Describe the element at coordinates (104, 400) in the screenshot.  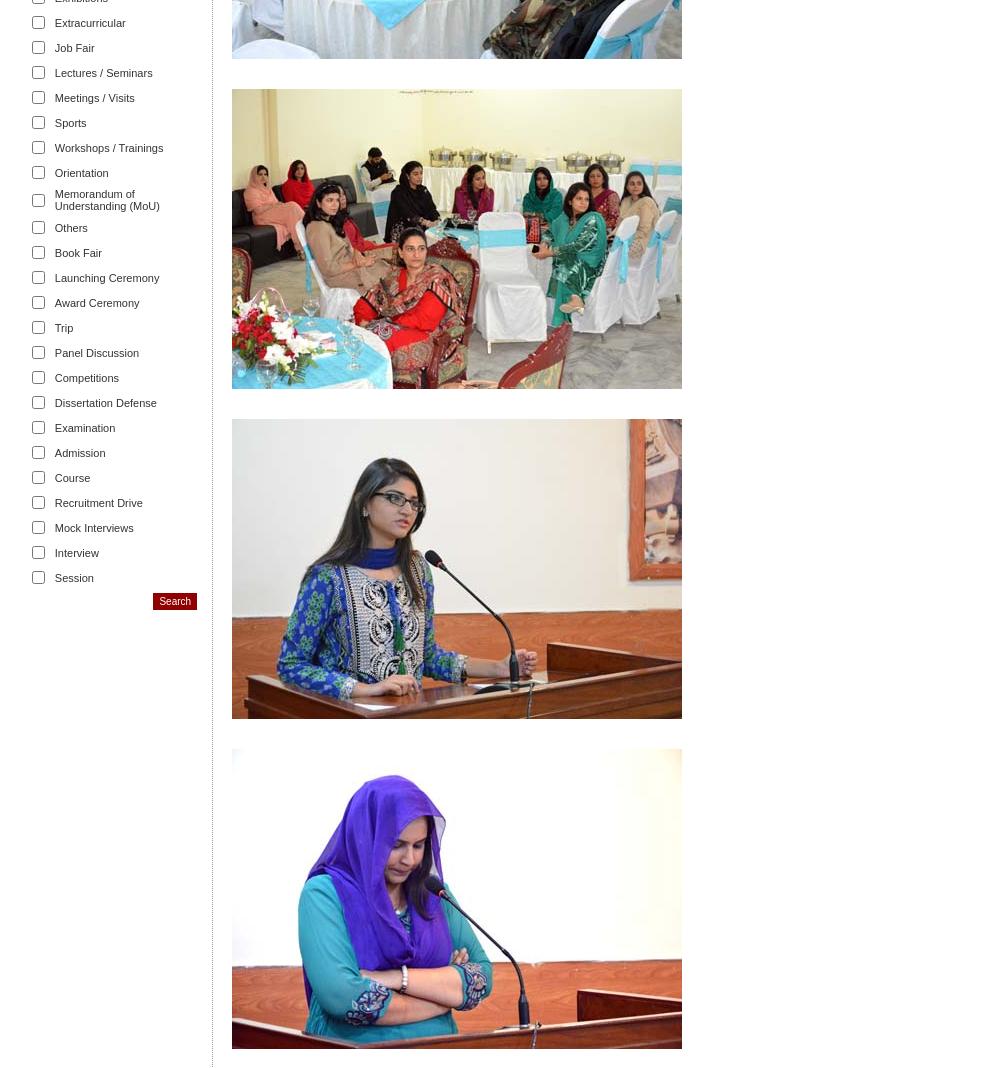
I see `'Dissertation Defense'` at that location.